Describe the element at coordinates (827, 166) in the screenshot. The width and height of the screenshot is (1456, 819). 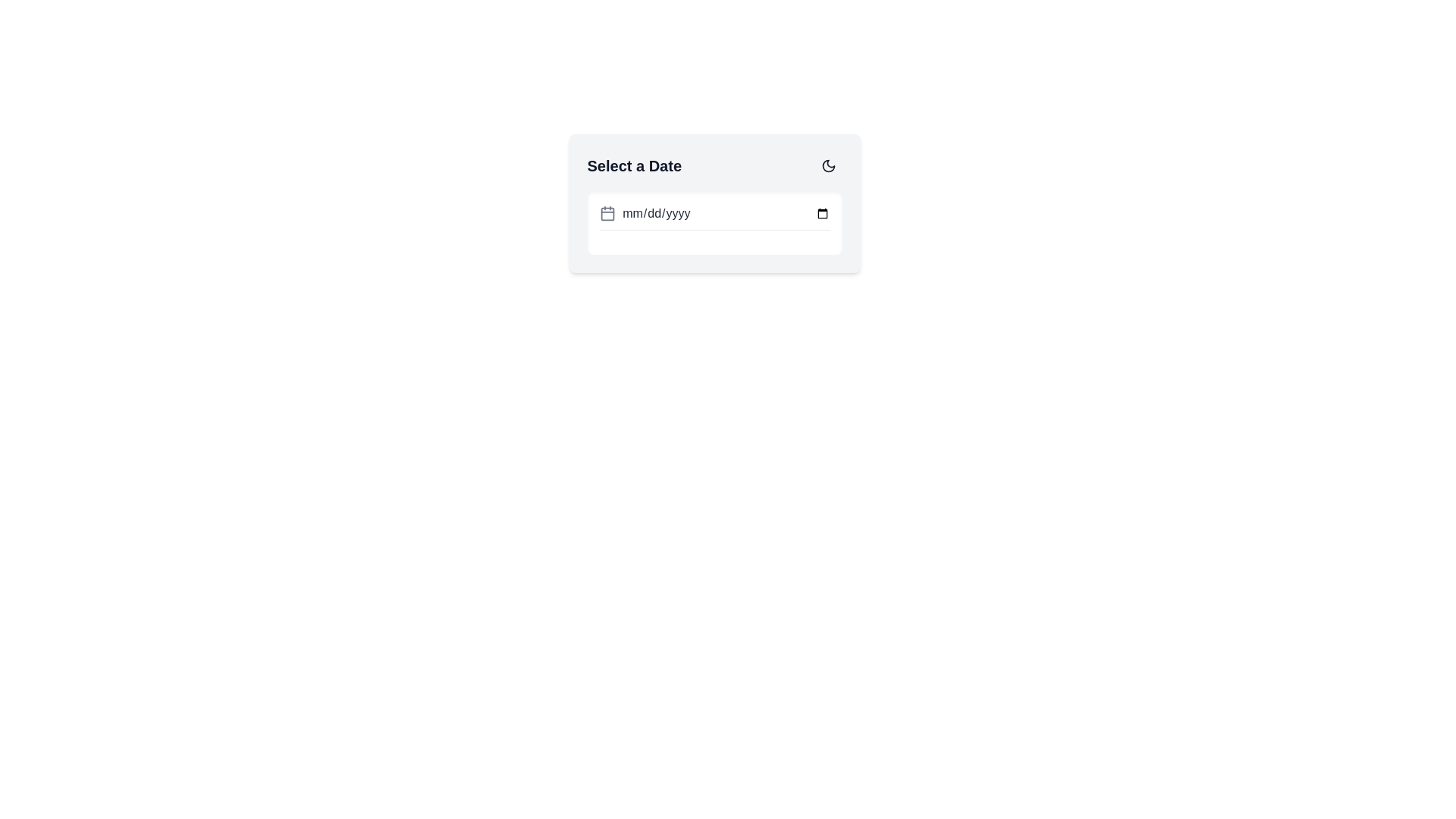
I see `the rounded button with a moon-shaped icon located to the right of the 'Select a Date' heading` at that location.